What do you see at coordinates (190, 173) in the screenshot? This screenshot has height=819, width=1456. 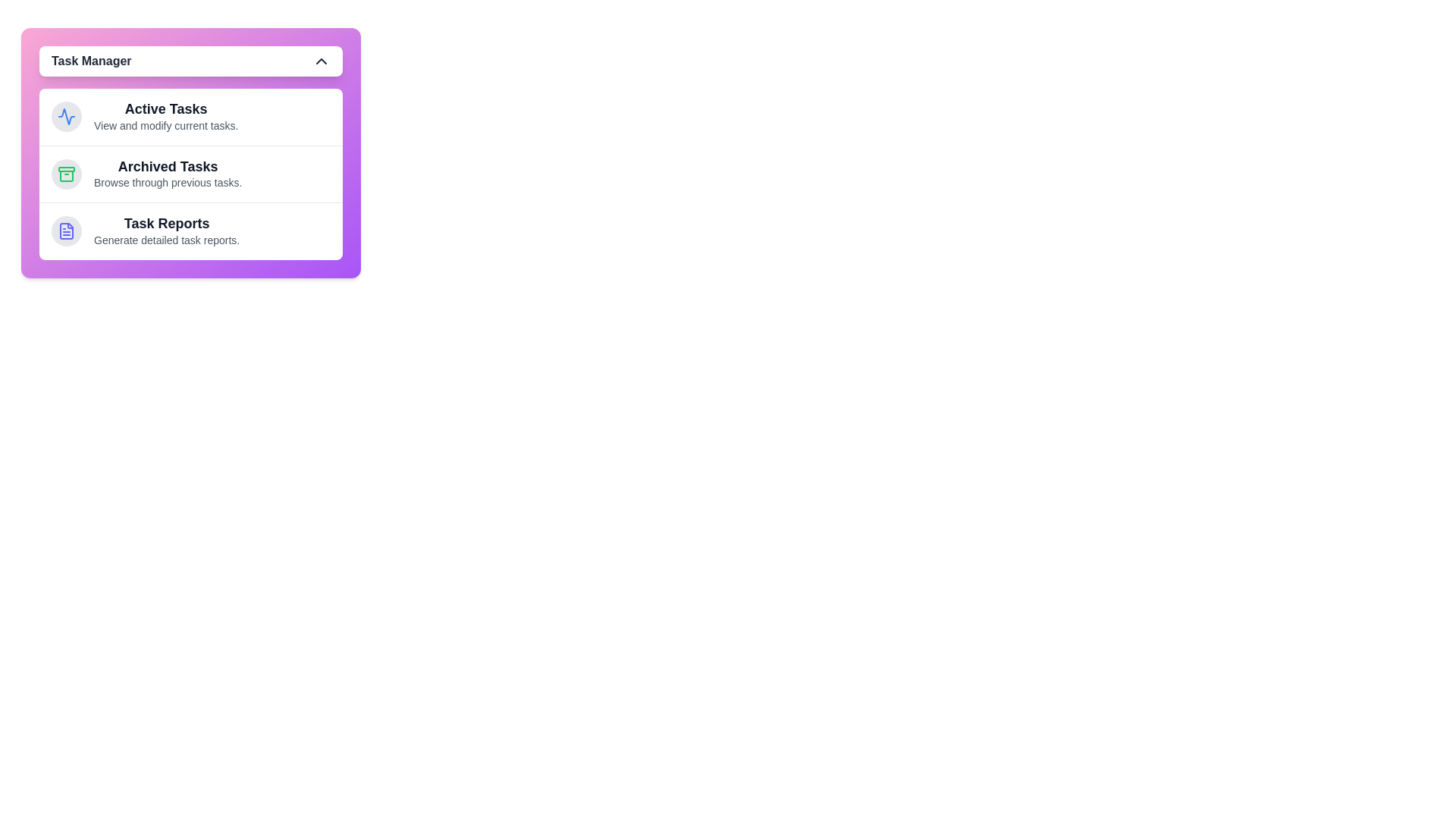 I see `the task section Archived Tasks to highlight it` at bounding box center [190, 173].